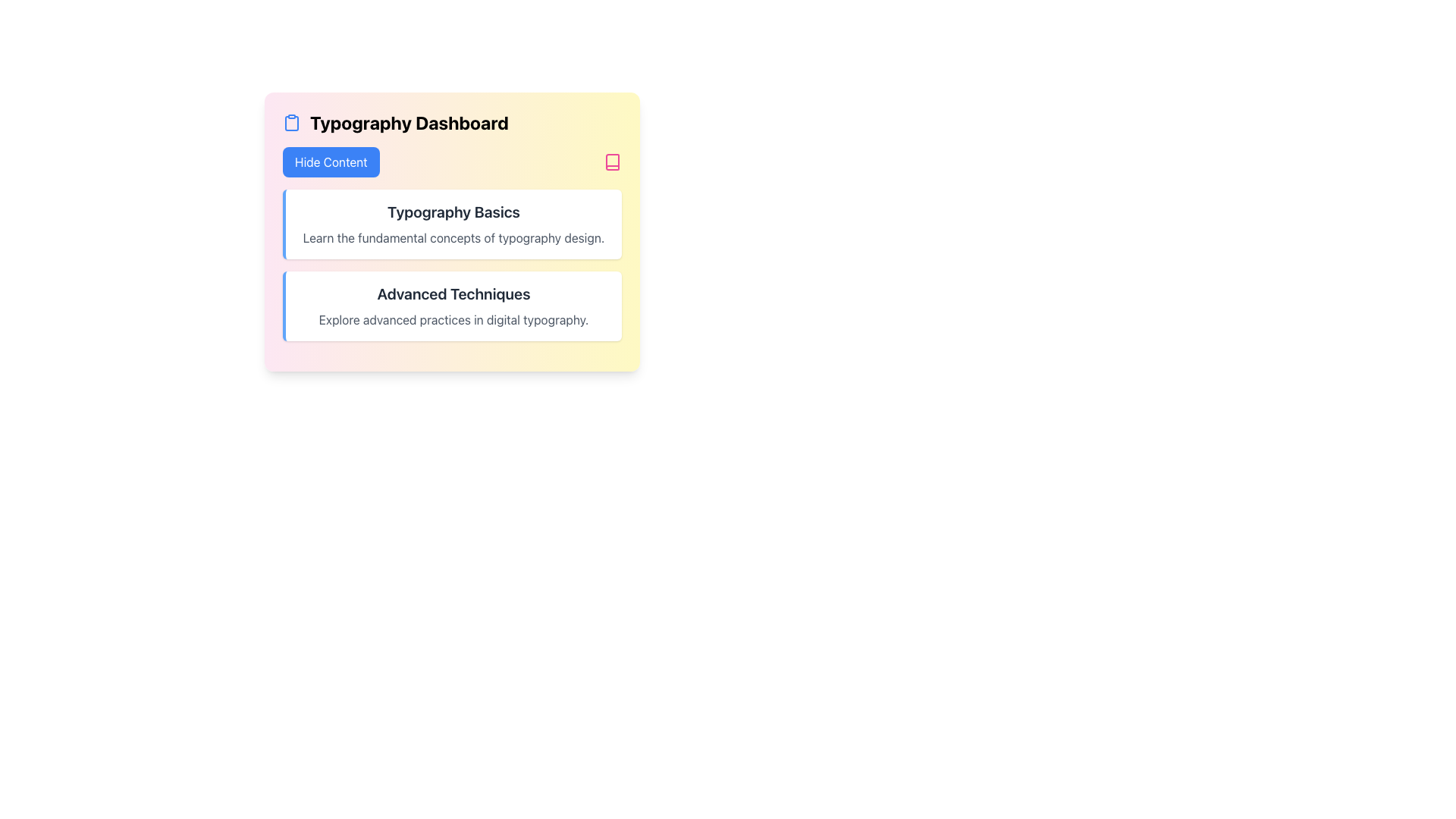 The image size is (1456, 819). Describe the element at coordinates (453, 318) in the screenshot. I see `the text label that reads 'Explore advanced practices in digital typography.' This label is located beneath 'Advanced Techniques' within a white section bordered with blue, part of the 'Typography Dashboard' card` at that location.